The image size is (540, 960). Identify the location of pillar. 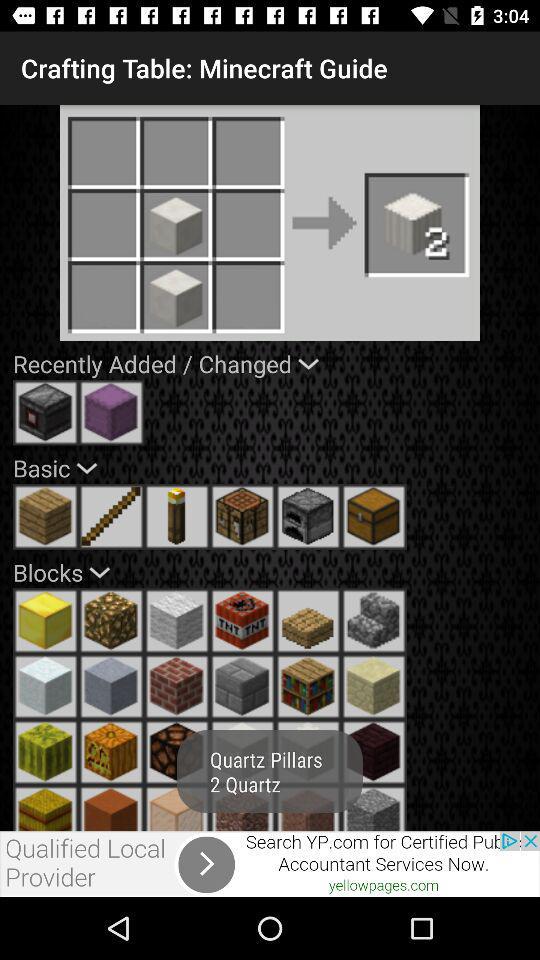
(308, 808).